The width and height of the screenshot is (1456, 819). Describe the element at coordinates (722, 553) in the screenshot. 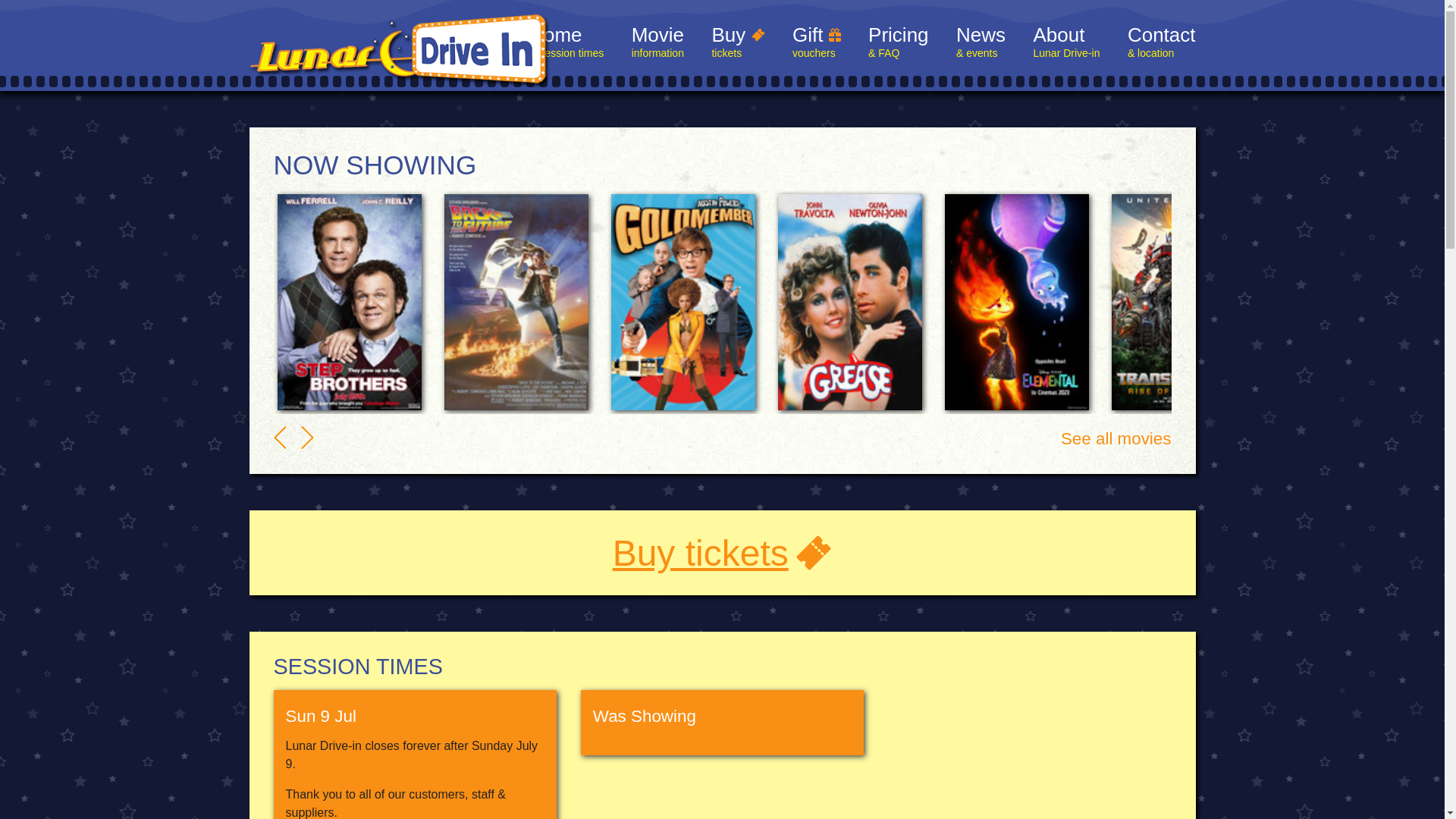

I see `'Buy tickets'` at that location.